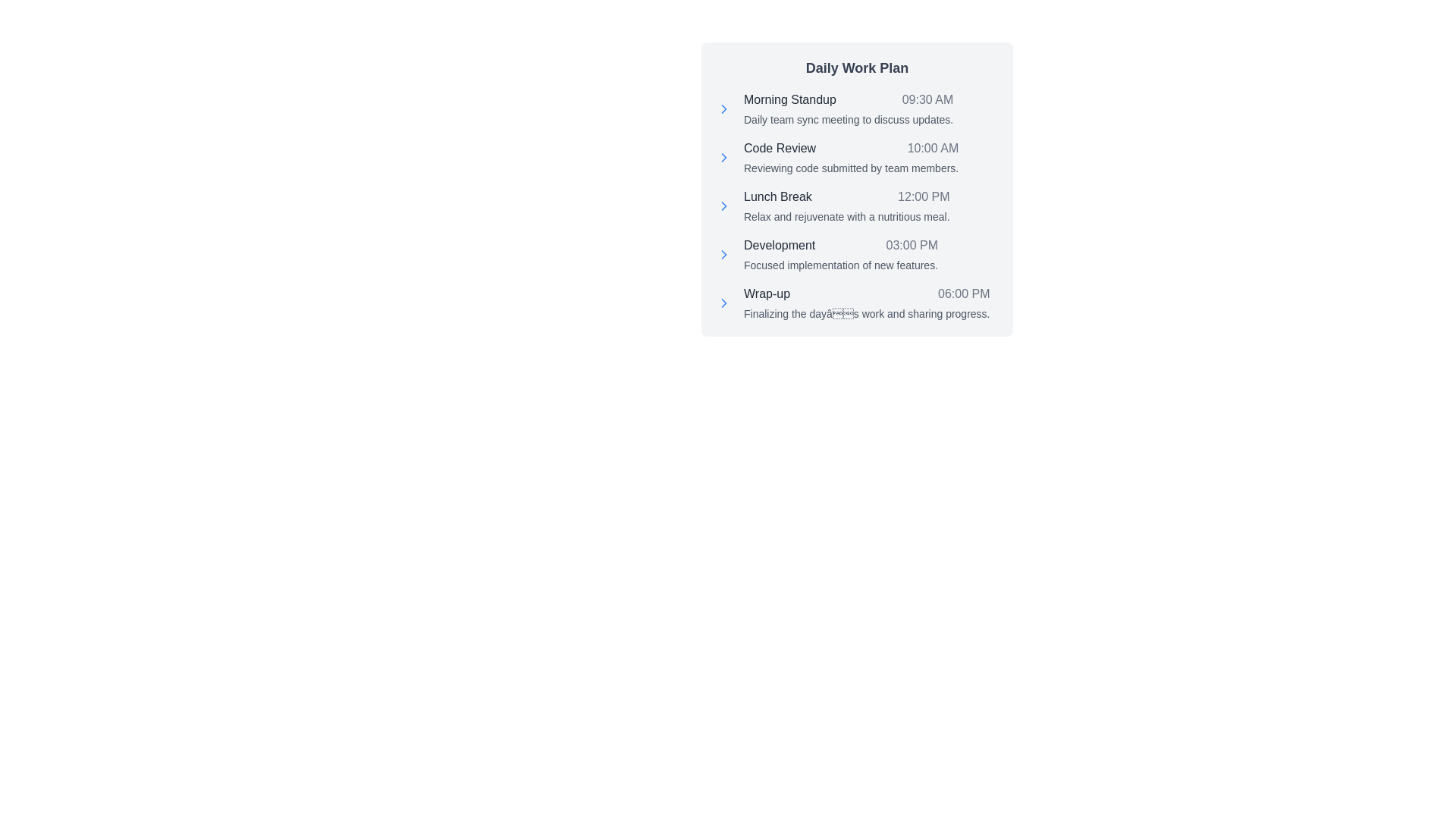  I want to click on the 'Wrap-up' list entry in the Daily Work Plan, so click(857, 303).